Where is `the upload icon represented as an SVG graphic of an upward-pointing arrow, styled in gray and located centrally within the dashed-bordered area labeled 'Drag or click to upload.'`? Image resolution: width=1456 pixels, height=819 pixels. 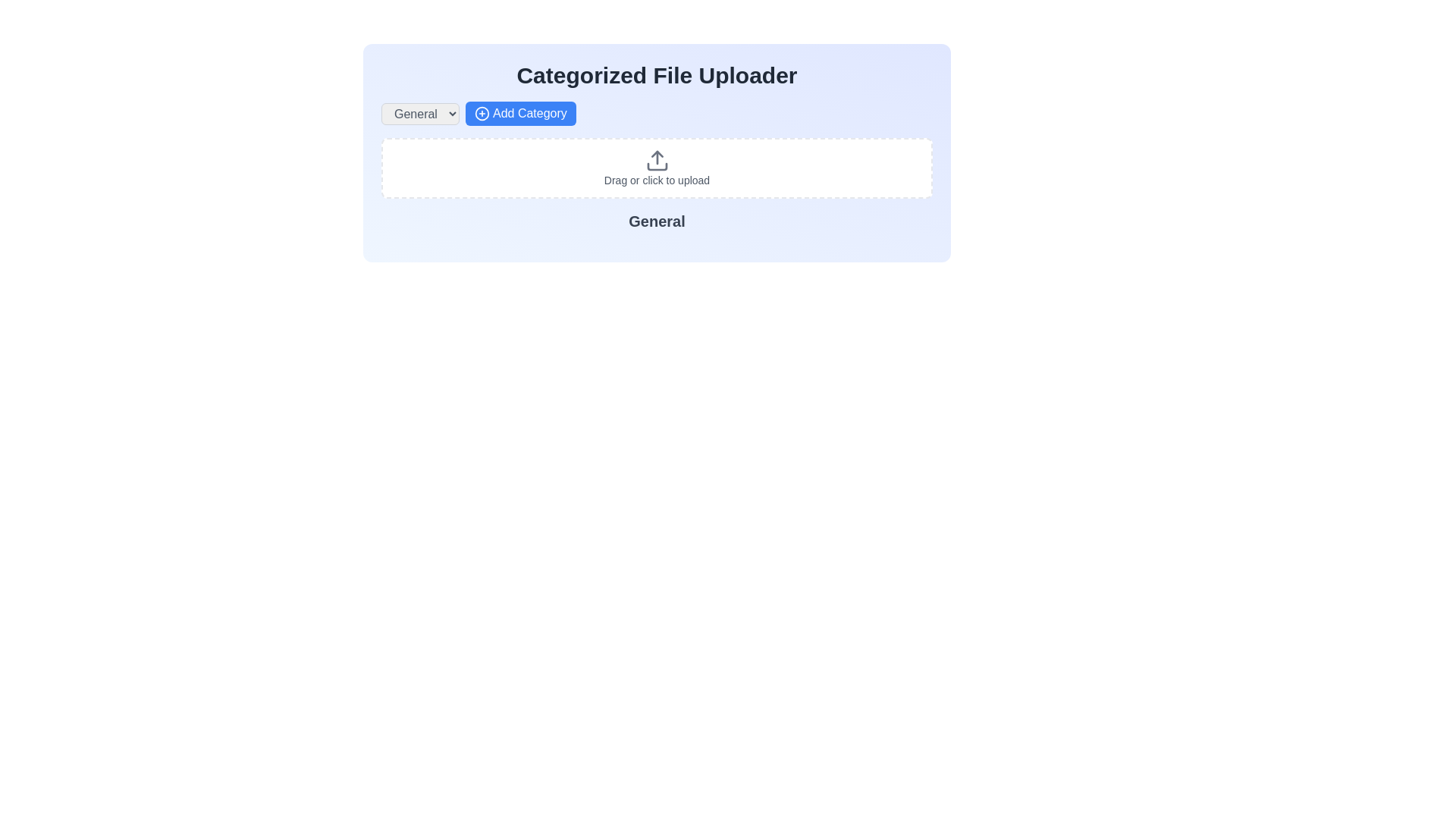 the upload icon represented as an SVG graphic of an upward-pointing arrow, styled in gray and located centrally within the dashed-bordered area labeled 'Drag or click to upload.' is located at coordinates (657, 161).